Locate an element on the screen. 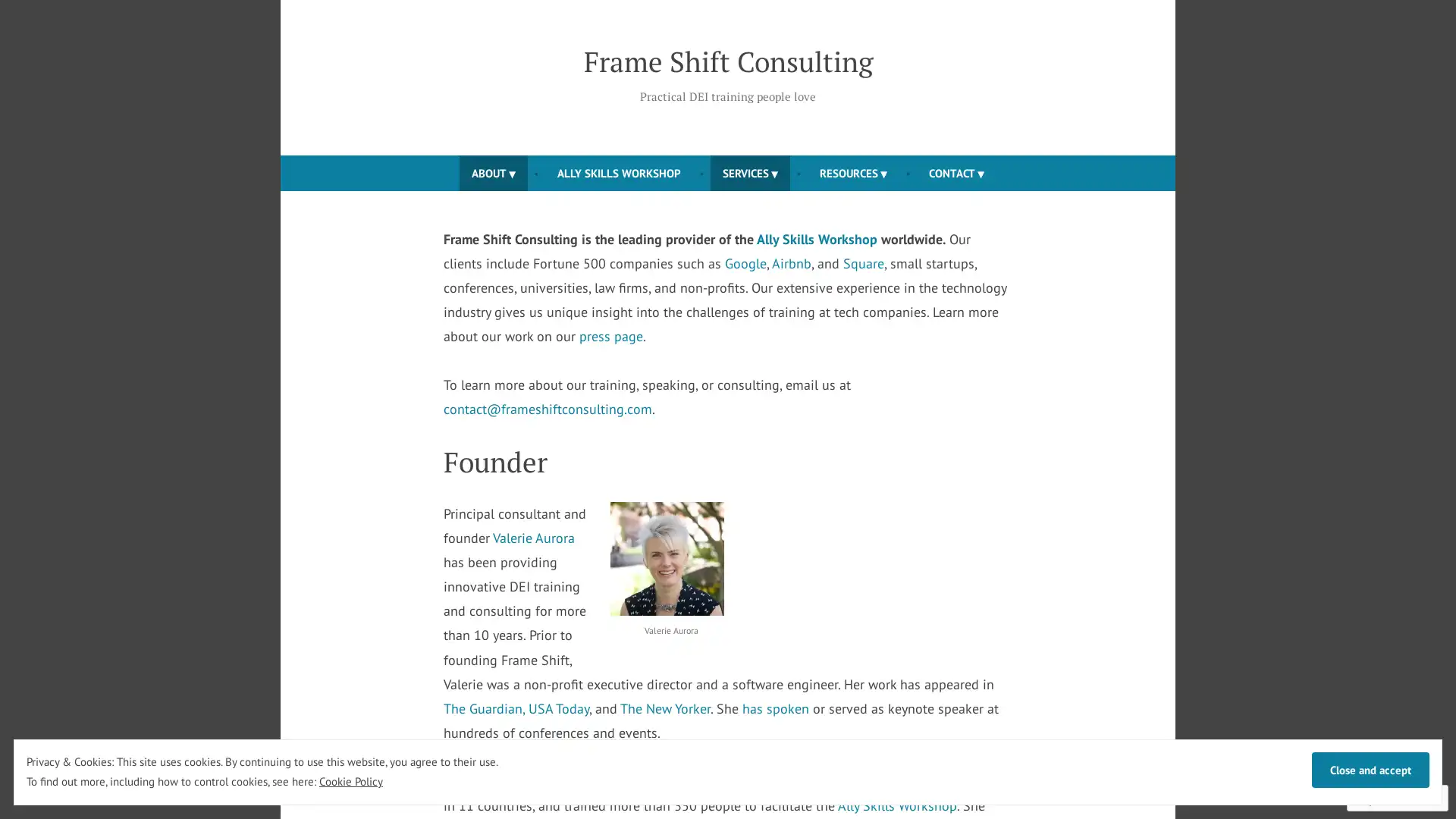  Close and accept is located at coordinates (1370, 769).